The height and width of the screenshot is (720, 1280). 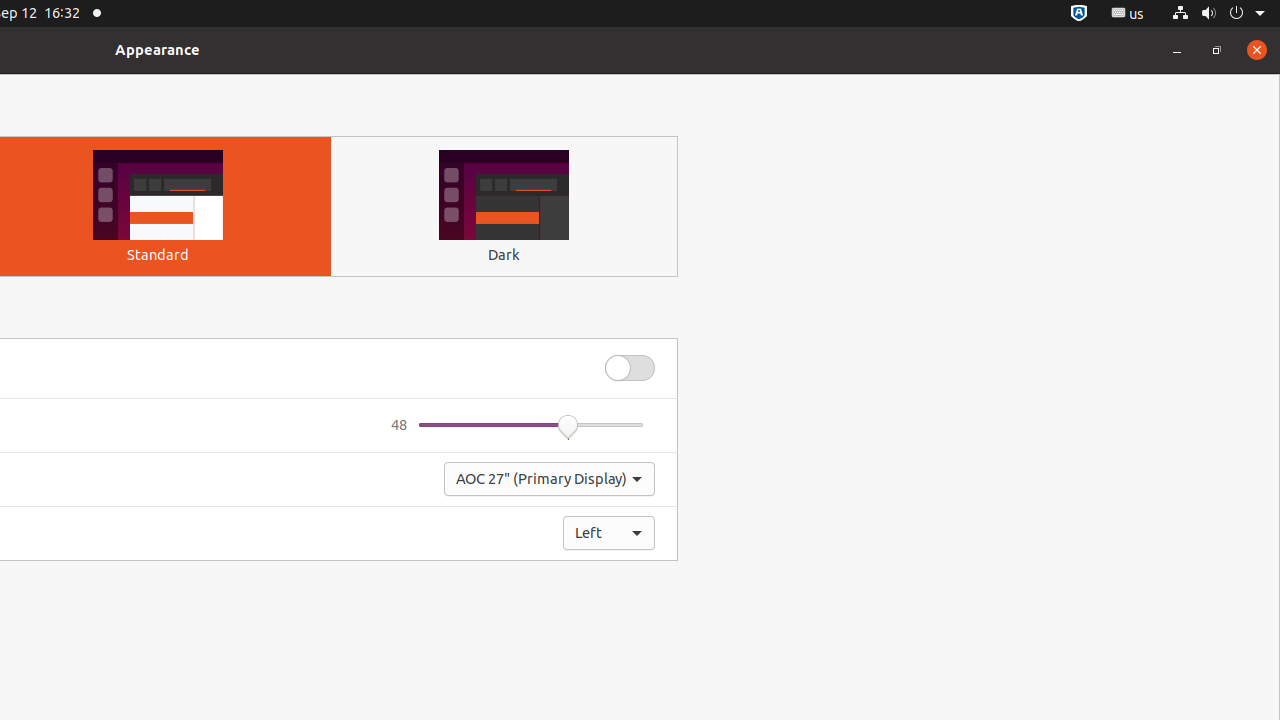 What do you see at coordinates (1216, 48) in the screenshot?
I see `'Restore'` at bounding box center [1216, 48].